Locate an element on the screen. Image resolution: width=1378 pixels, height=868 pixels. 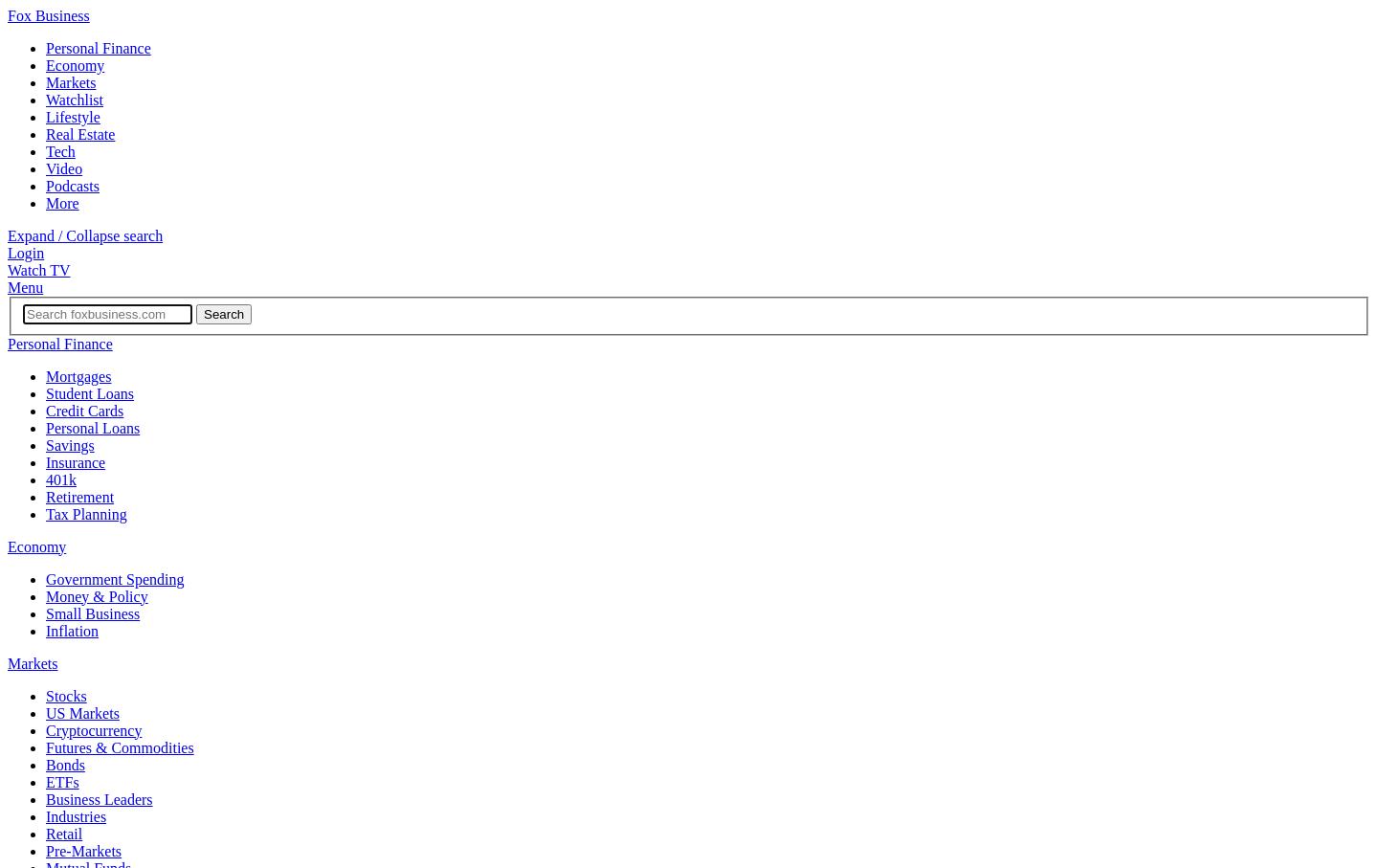
'Government Spending' is located at coordinates (114, 577).